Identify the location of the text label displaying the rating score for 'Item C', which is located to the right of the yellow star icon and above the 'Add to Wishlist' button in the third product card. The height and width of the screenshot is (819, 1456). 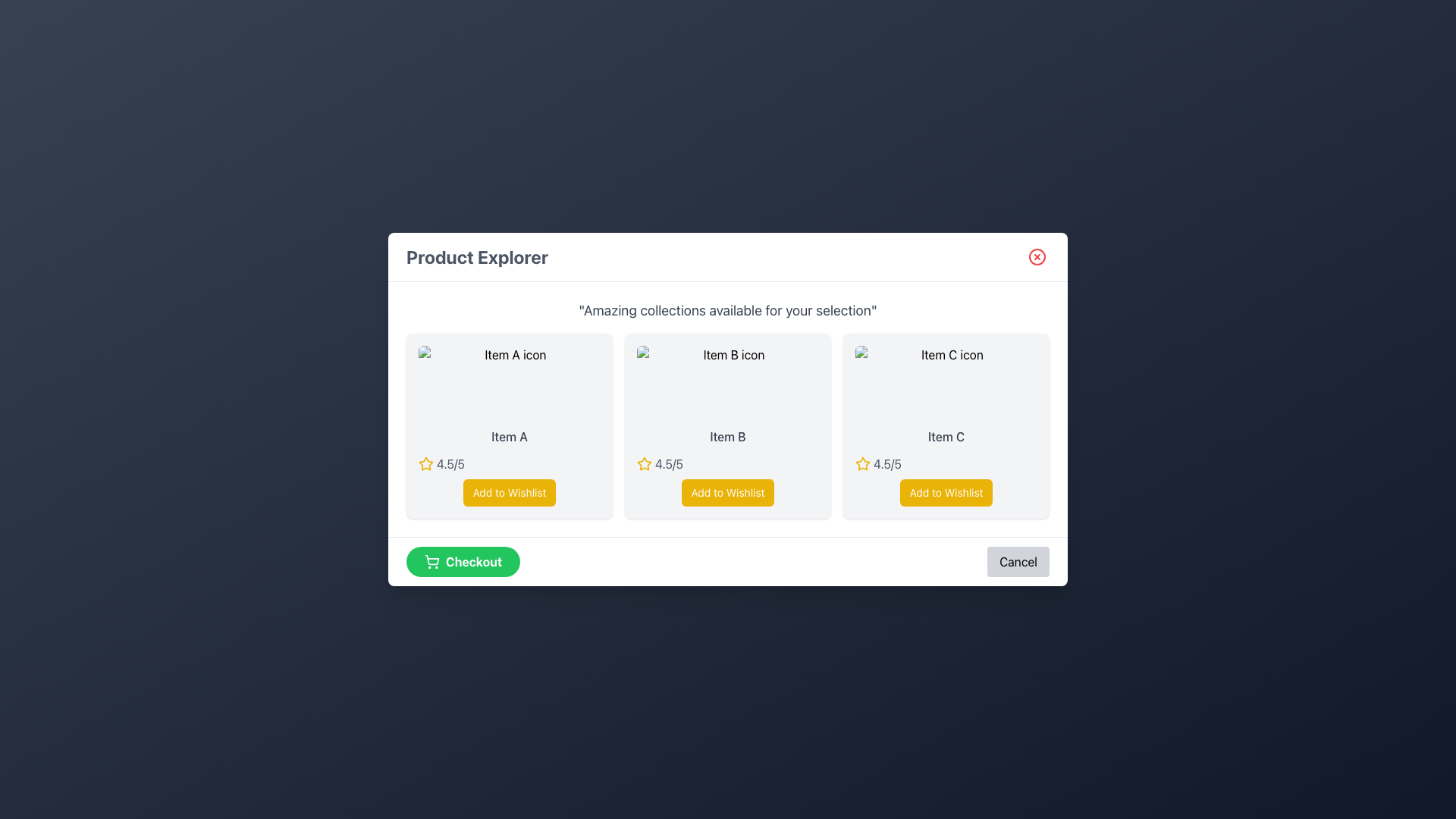
(887, 463).